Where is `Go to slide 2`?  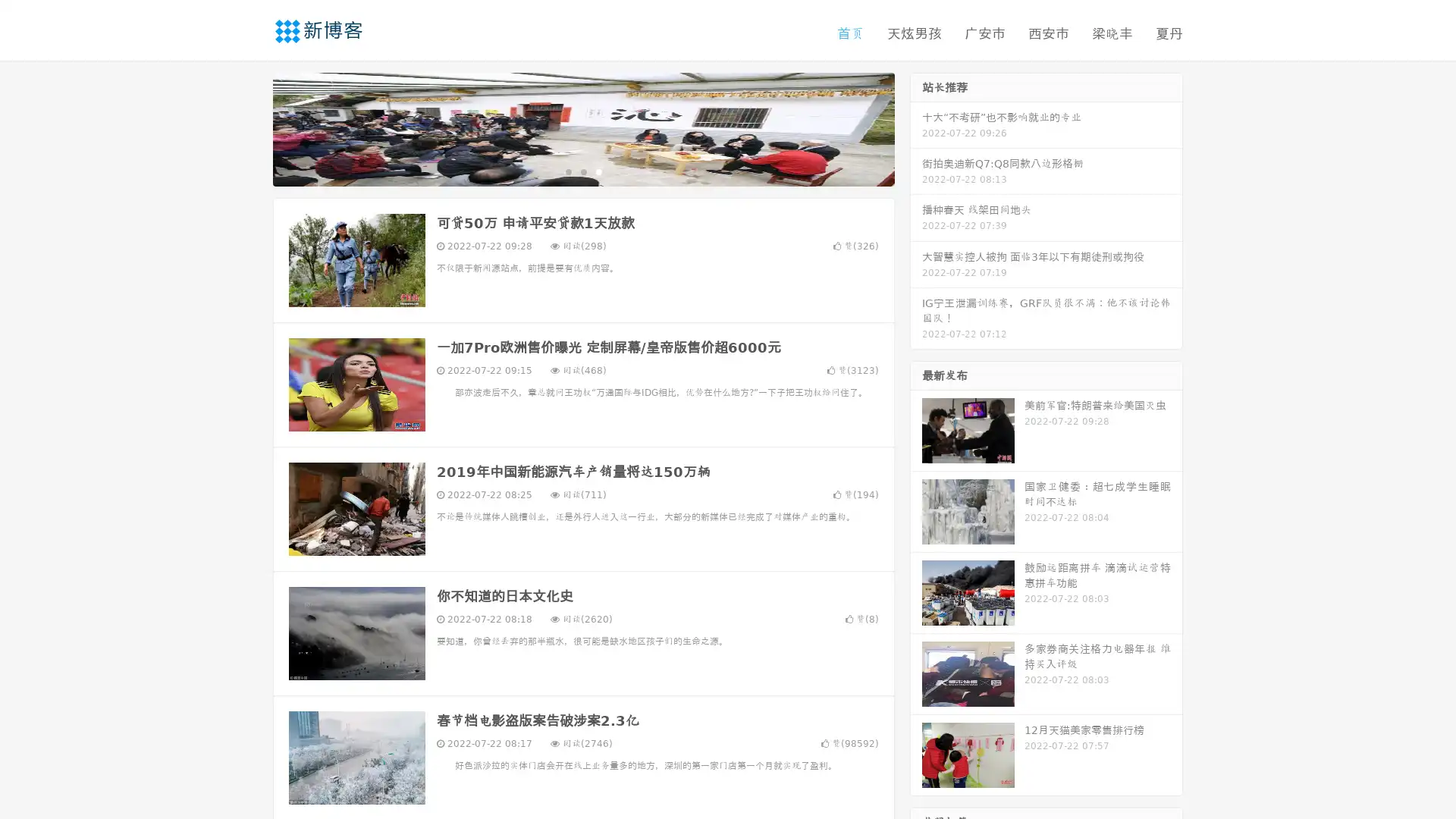
Go to slide 2 is located at coordinates (582, 171).